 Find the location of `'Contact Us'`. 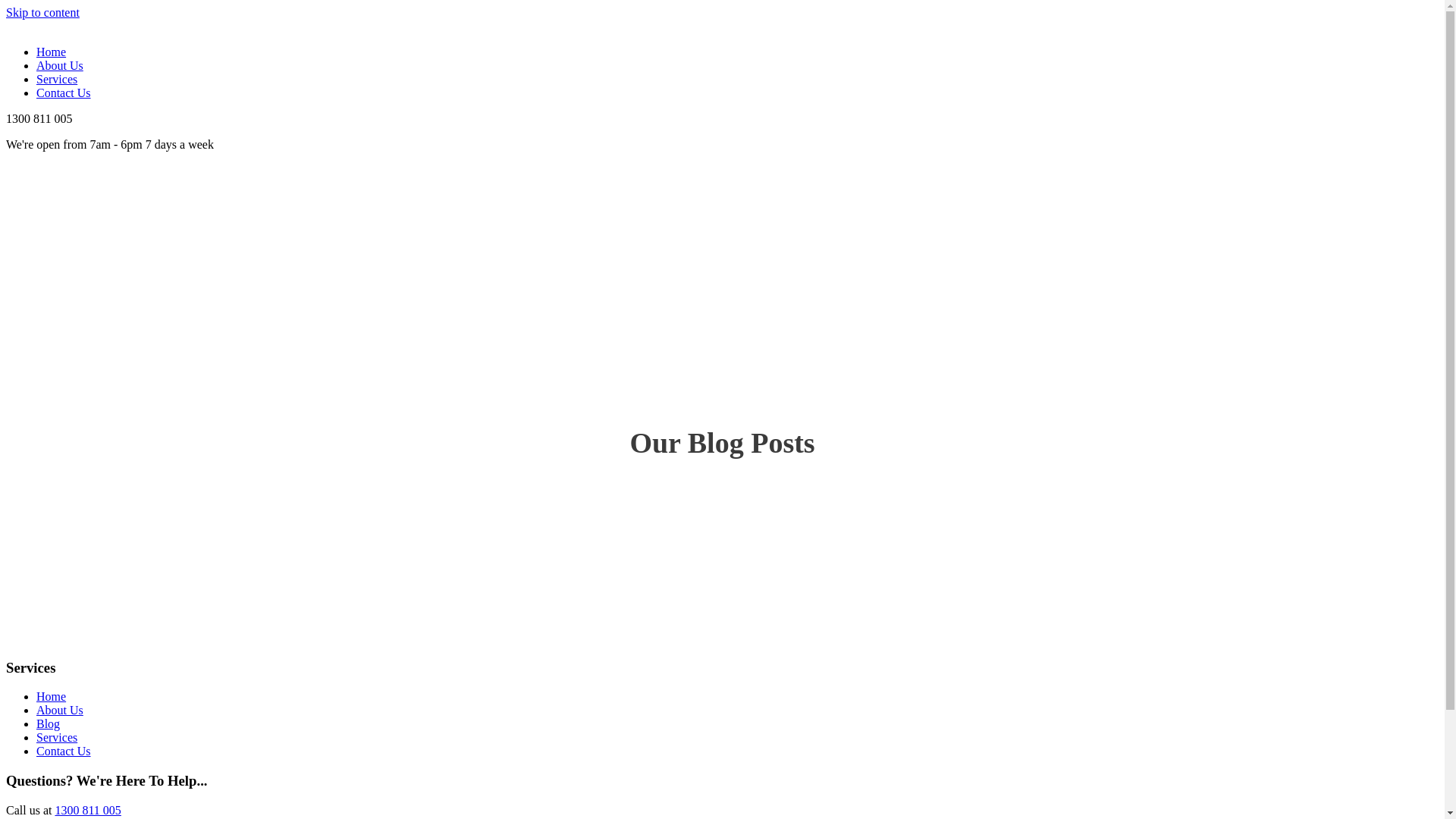

'Contact Us' is located at coordinates (62, 751).